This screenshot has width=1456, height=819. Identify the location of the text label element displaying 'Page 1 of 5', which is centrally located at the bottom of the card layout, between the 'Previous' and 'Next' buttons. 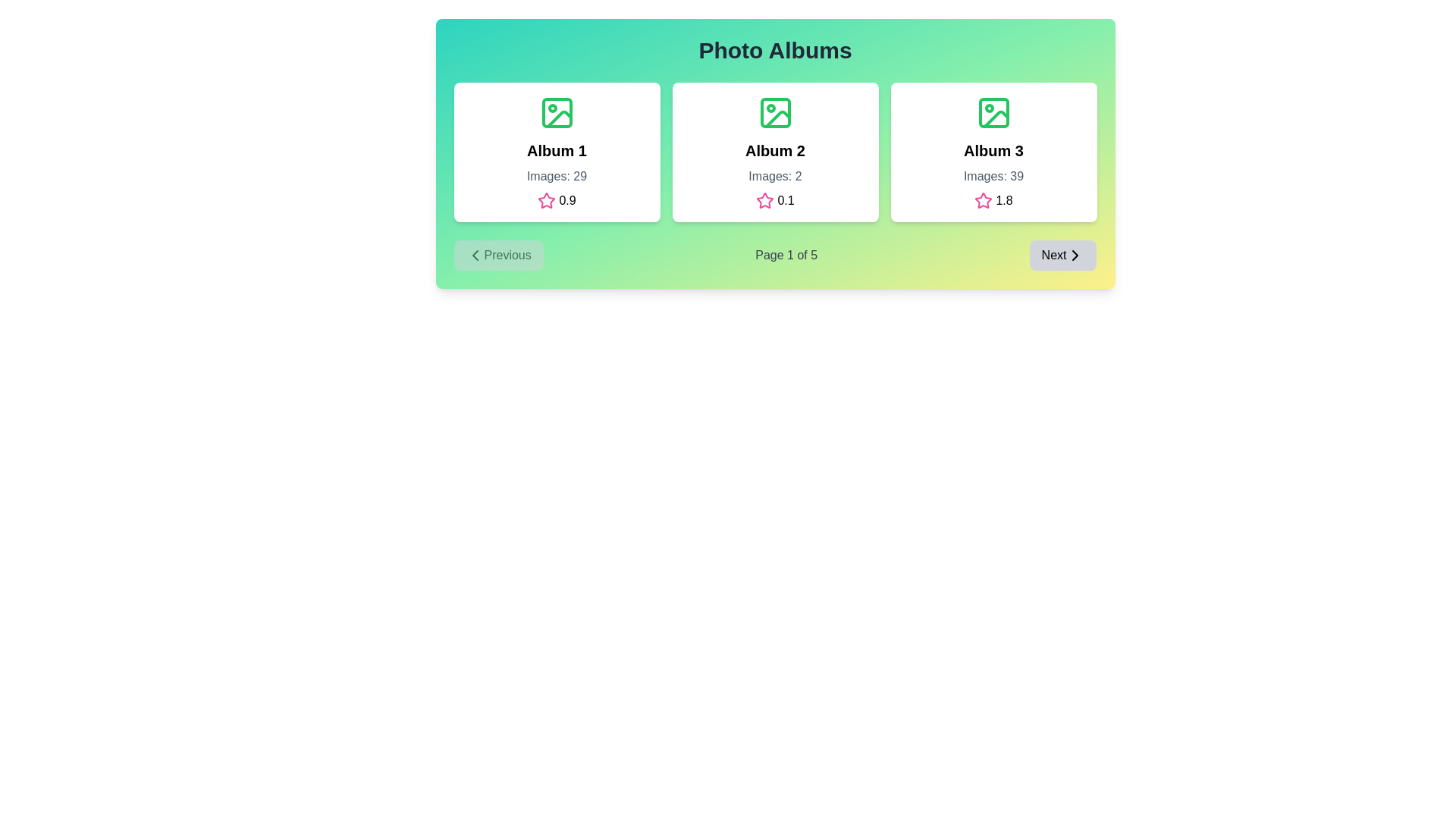
(786, 254).